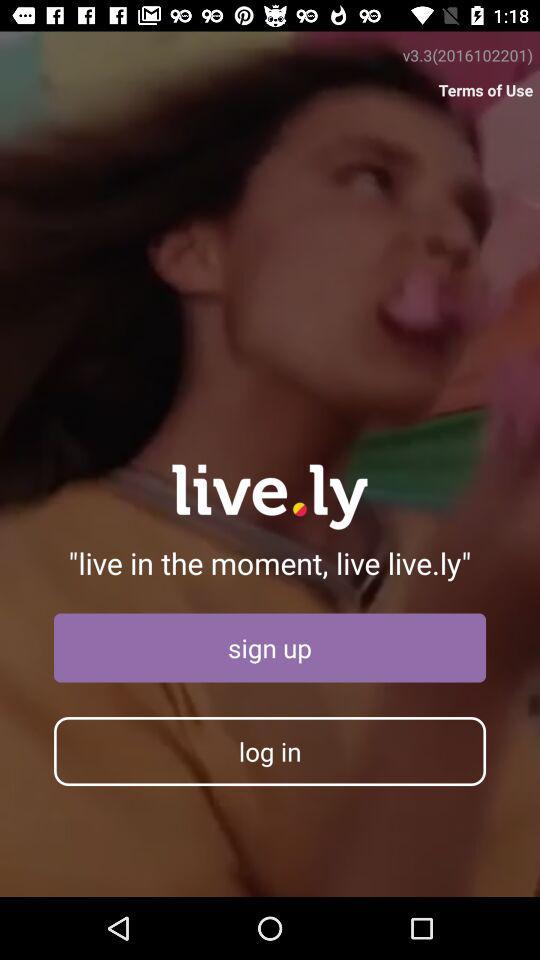 This screenshot has width=540, height=960. What do you see at coordinates (270, 647) in the screenshot?
I see `the sign up icon` at bounding box center [270, 647].